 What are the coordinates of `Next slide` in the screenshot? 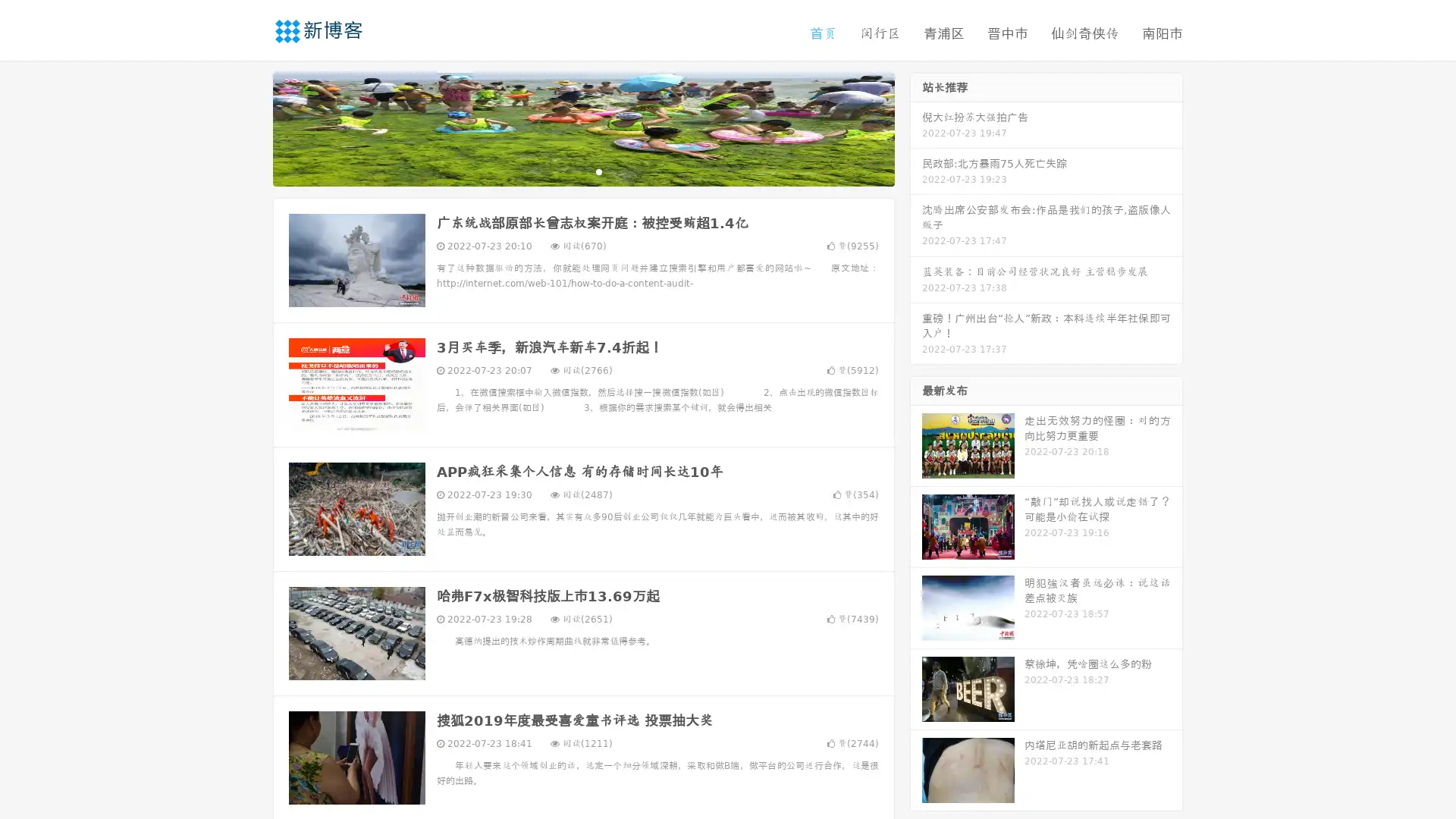 It's located at (916, 127).